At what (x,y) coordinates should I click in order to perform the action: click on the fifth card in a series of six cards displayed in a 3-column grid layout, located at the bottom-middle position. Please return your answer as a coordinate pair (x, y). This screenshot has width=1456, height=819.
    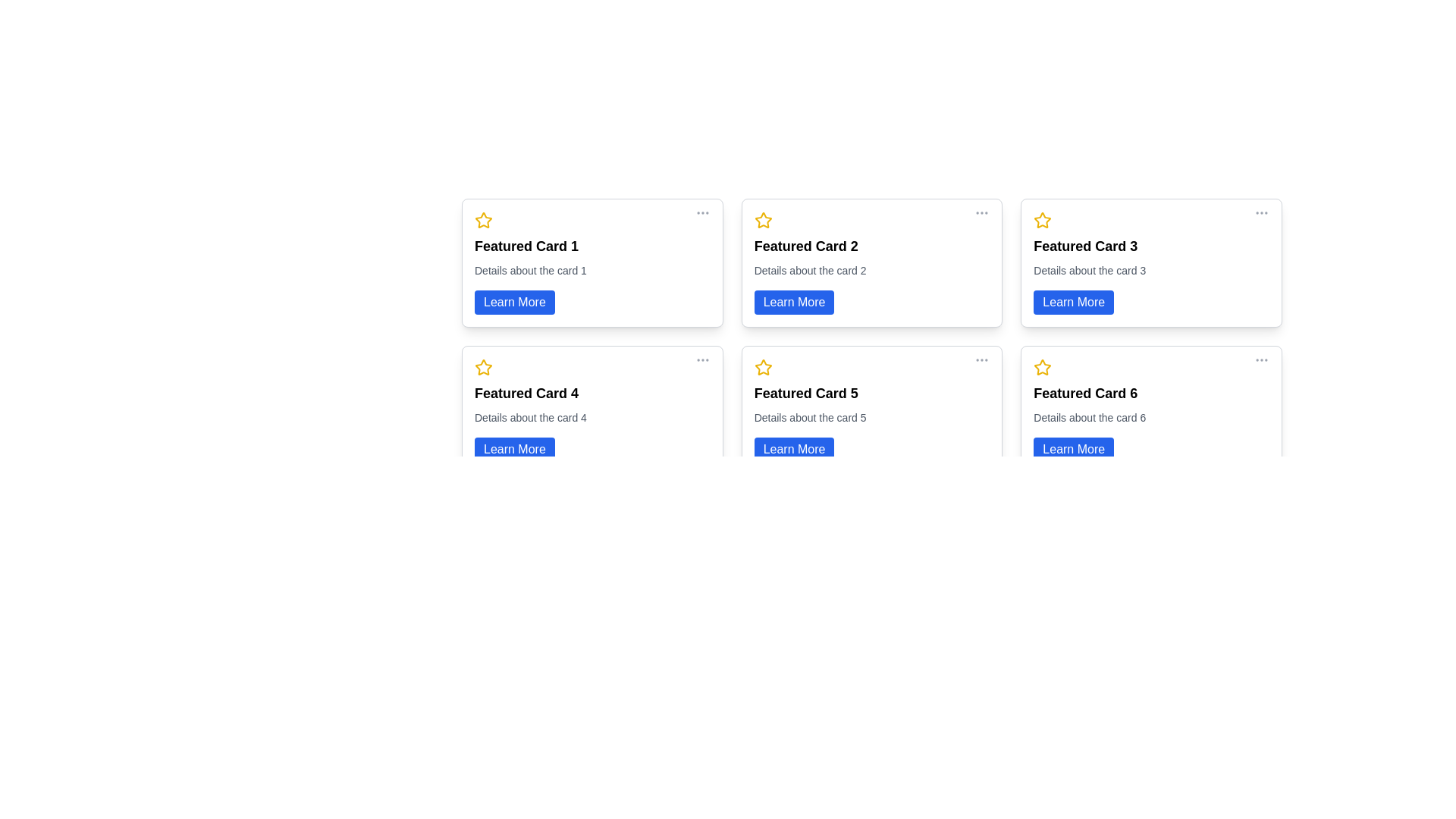
    Looking at the image, I should click on (872, 409).